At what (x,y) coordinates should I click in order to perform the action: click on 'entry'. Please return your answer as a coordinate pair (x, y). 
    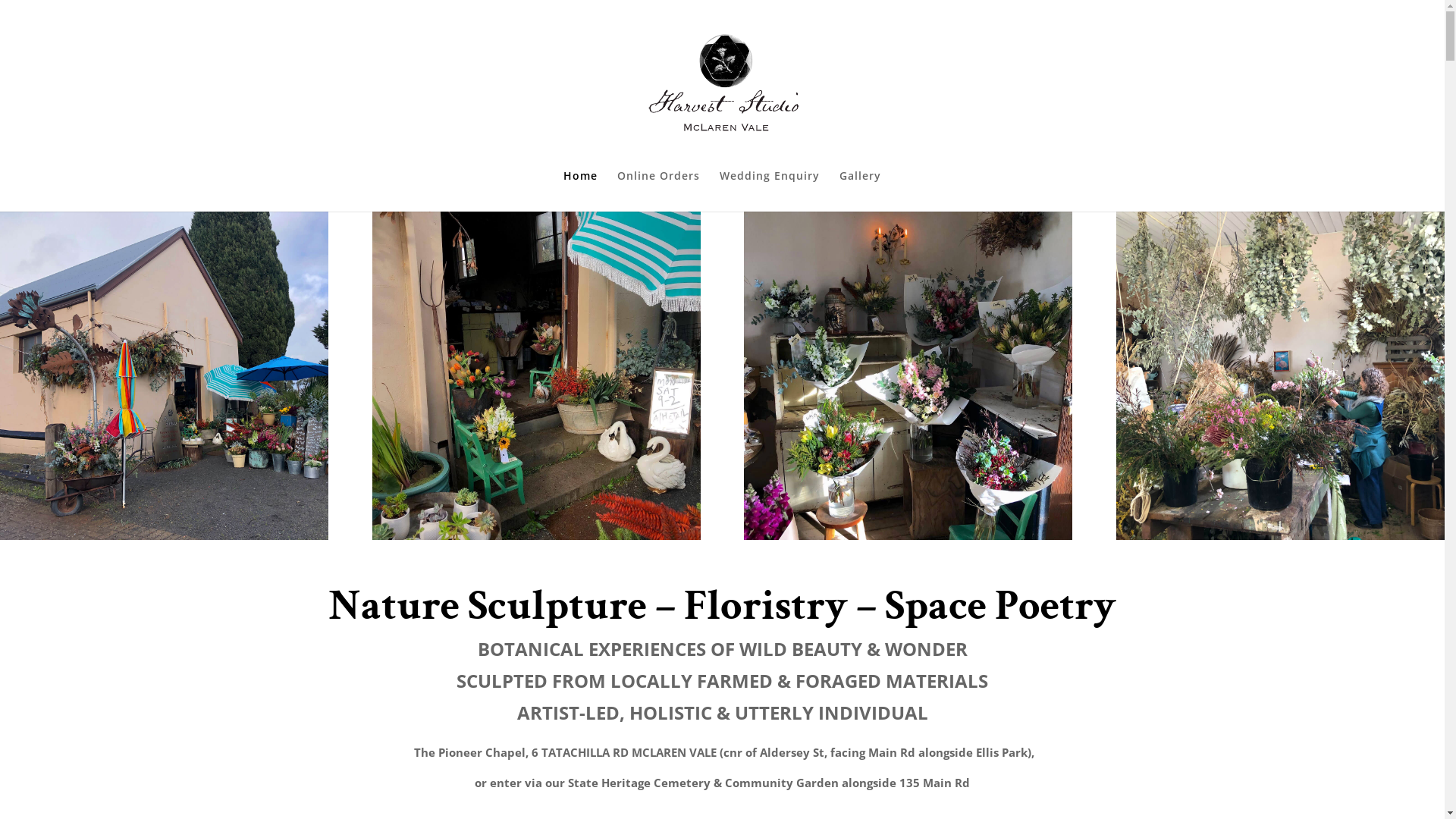
    Looking at the image, I should click on (536, 375).